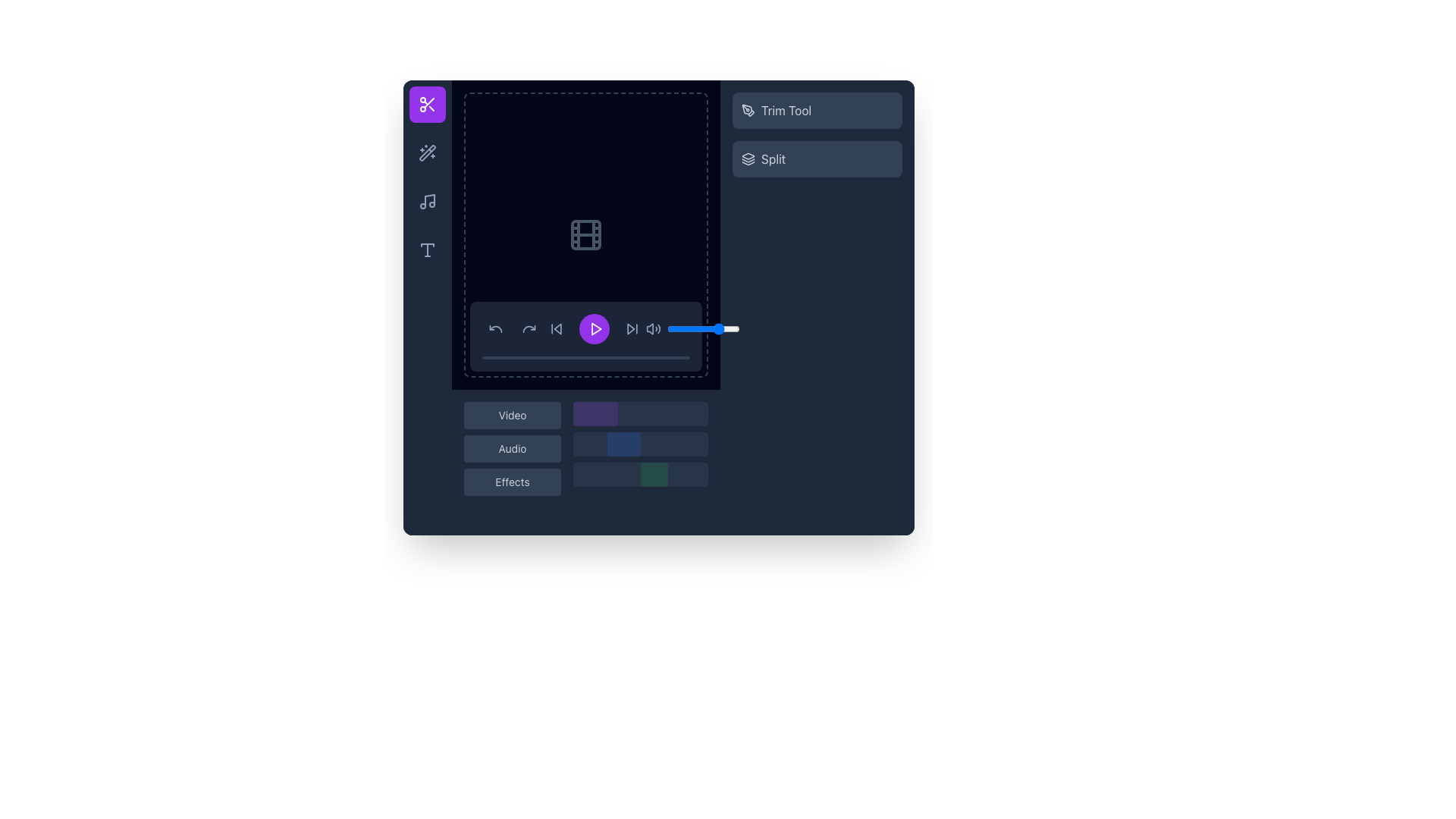 The width and height of the screenshot is (1456, 819). What do you see at coordinates (701, 328) in the screenshot?
I see `the slider value` at bounding box center [701, 328].